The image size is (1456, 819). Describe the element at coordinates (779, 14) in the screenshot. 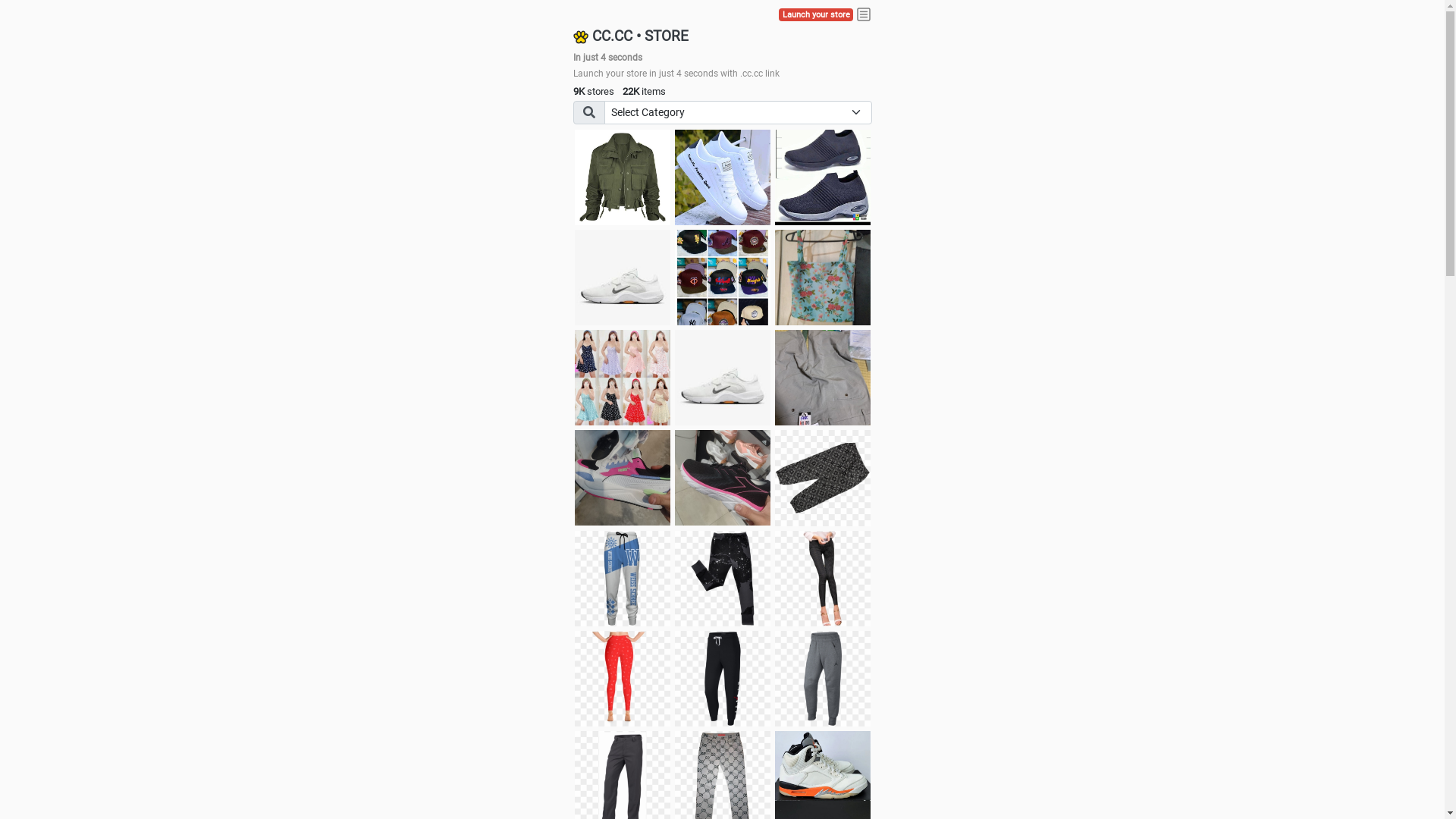

I see `'Launch your store'` at that location.